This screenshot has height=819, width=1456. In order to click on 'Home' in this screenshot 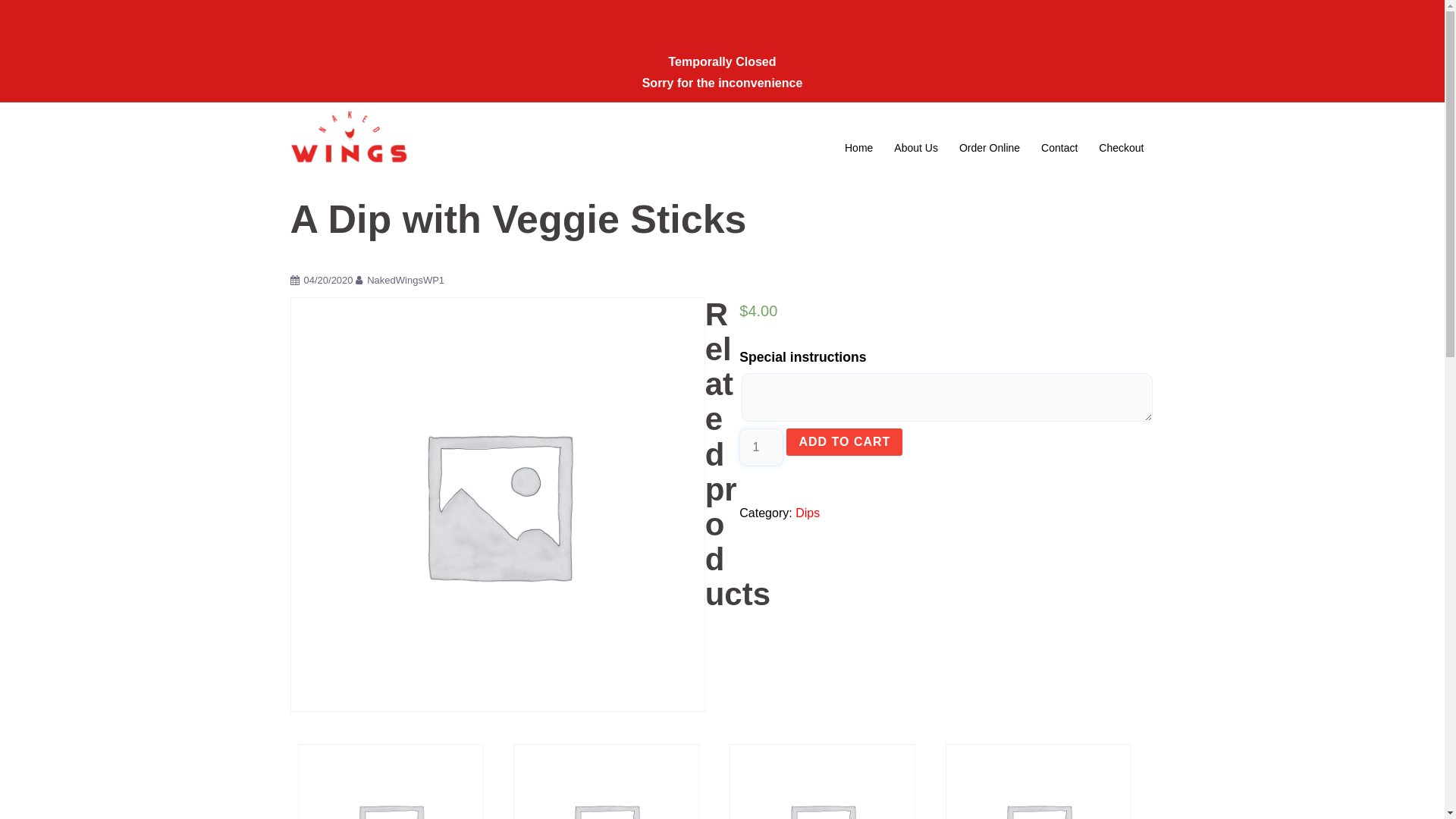, I will do `click(858, 148)`.